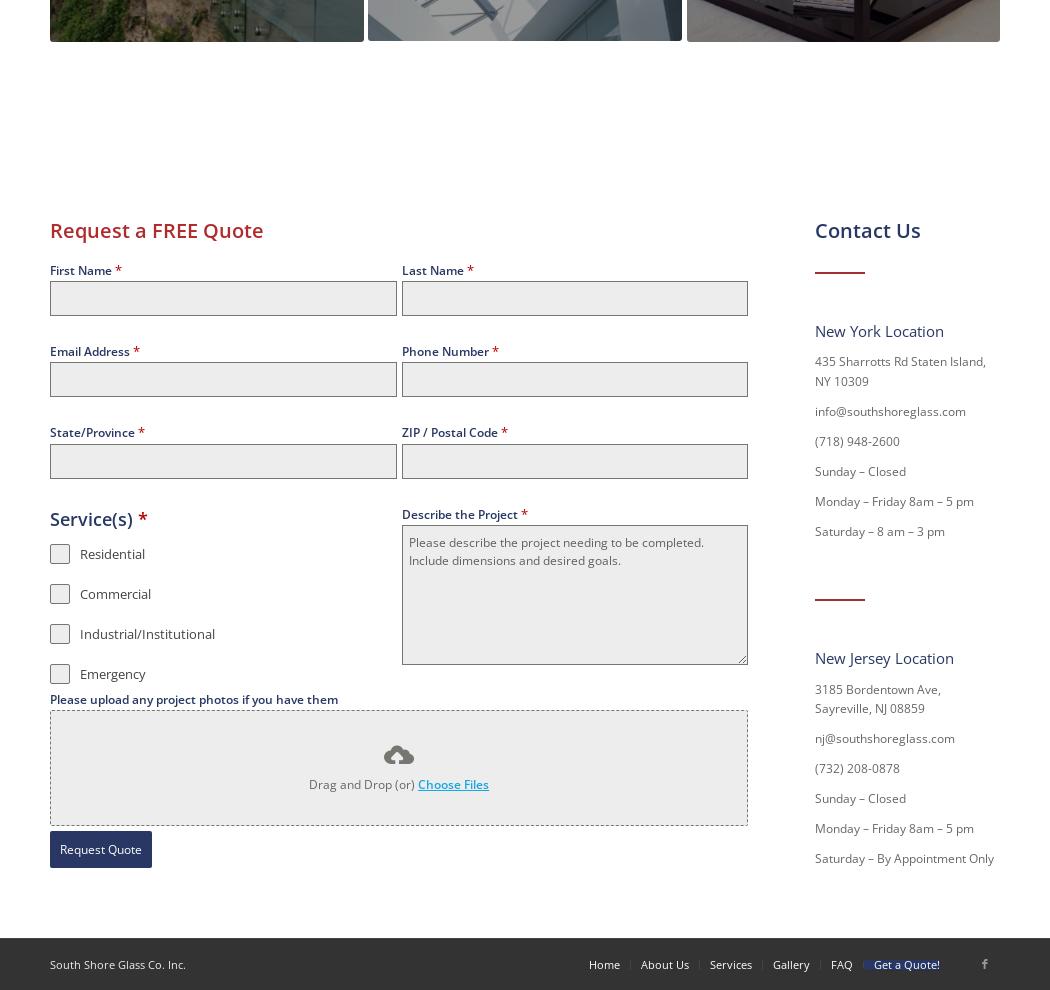  I want to click on 'New York Location', so click(878, 328).